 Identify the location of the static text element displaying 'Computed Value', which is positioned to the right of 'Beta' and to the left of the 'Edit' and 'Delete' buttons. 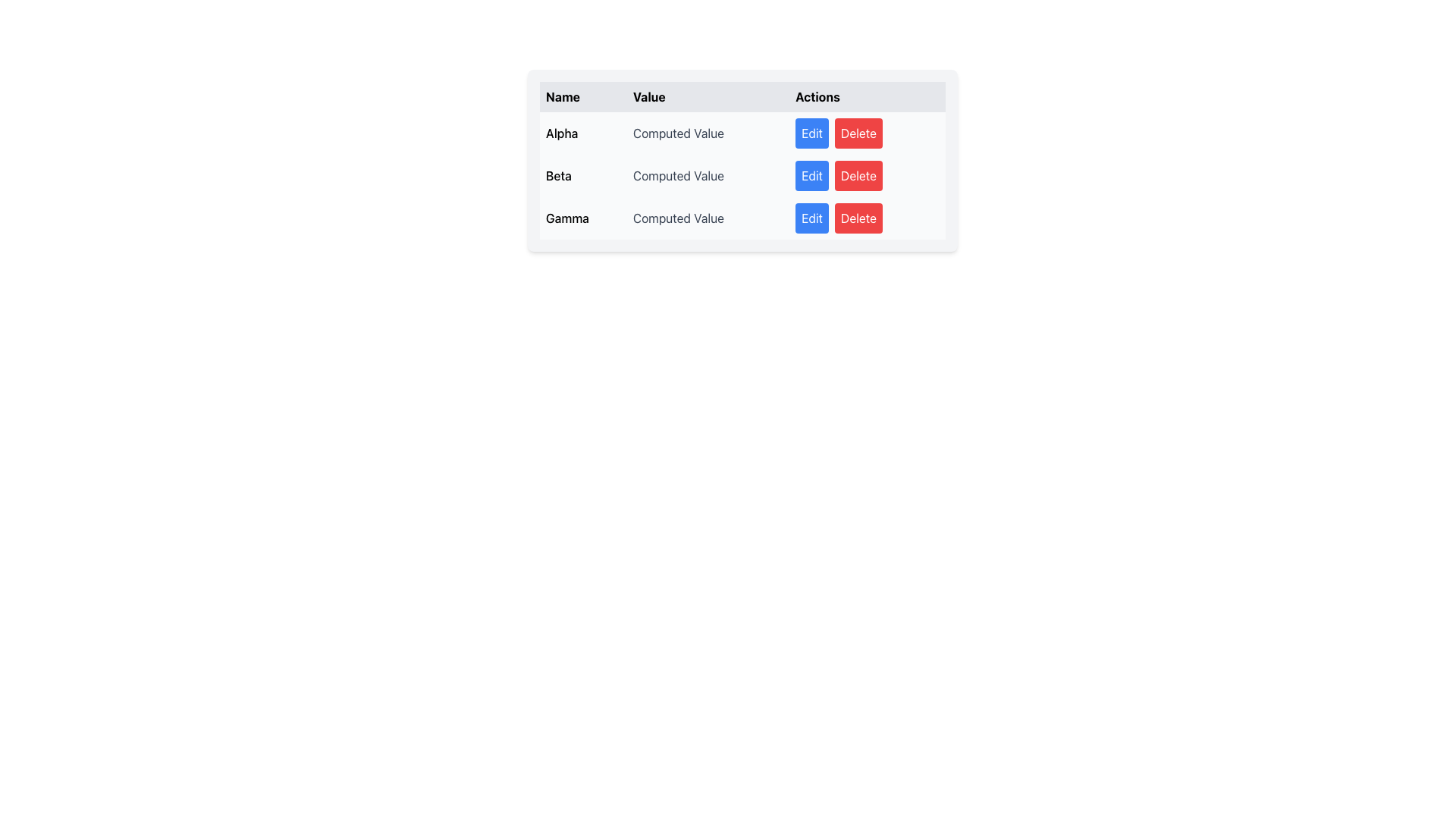
(708, 174).